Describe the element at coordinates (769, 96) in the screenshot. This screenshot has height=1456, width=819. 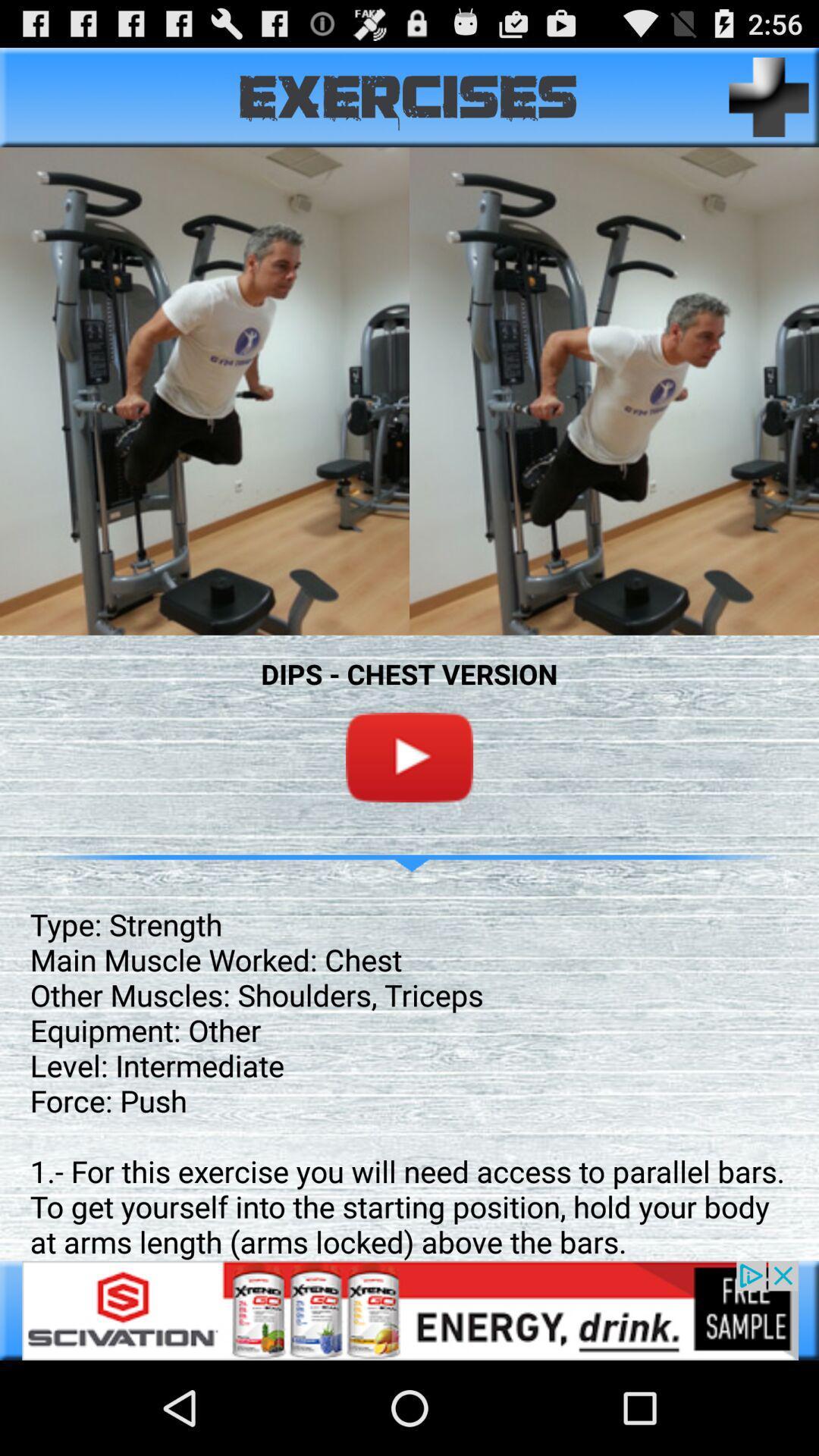
I see `upload button` at that location.